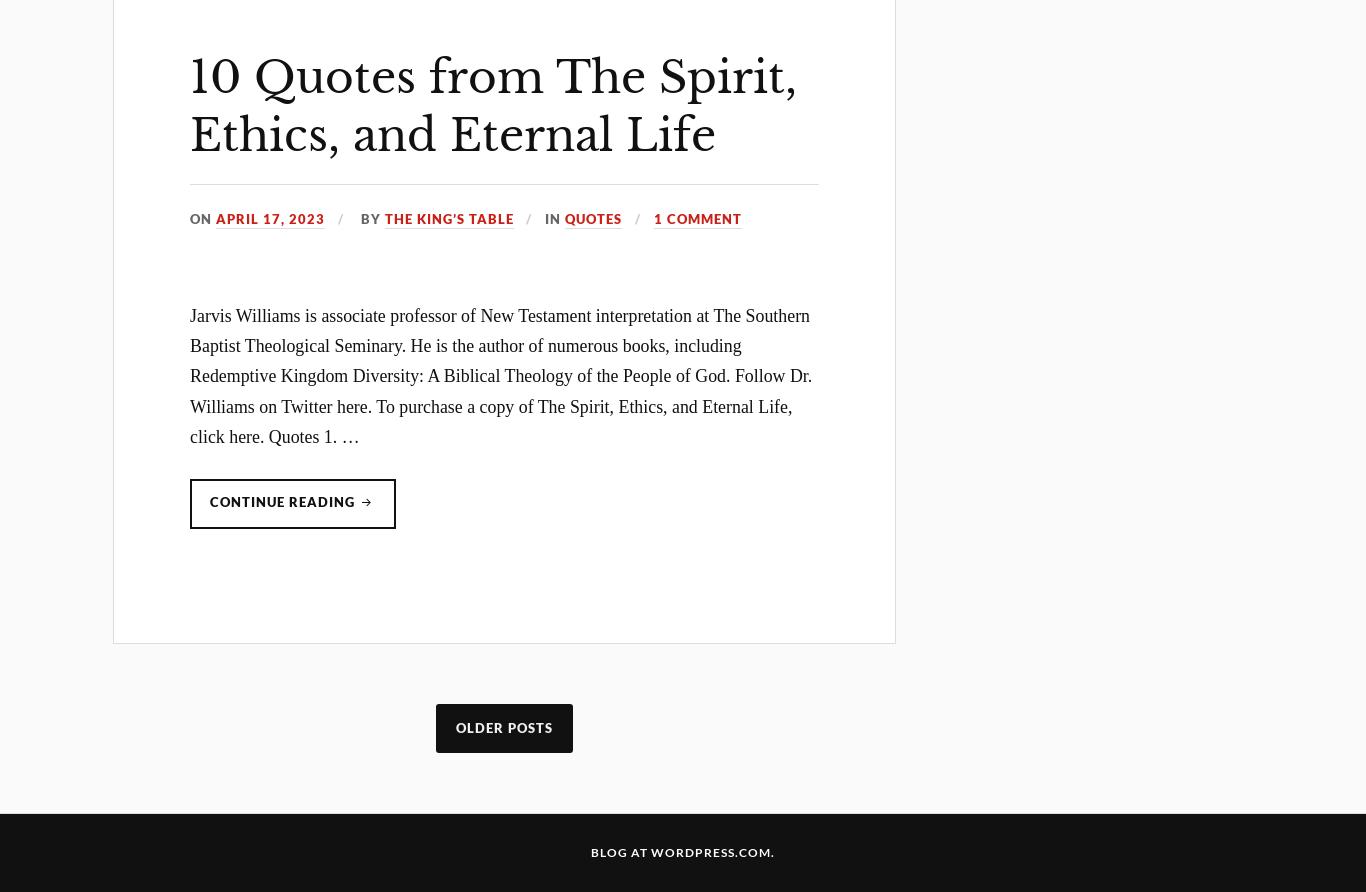 The width and height of the screenshot is (1366, 892). What do you see at coordinates (382, 217) in the screenshot?
I see `'The King’s Table'` at bounding box center [382, 217].